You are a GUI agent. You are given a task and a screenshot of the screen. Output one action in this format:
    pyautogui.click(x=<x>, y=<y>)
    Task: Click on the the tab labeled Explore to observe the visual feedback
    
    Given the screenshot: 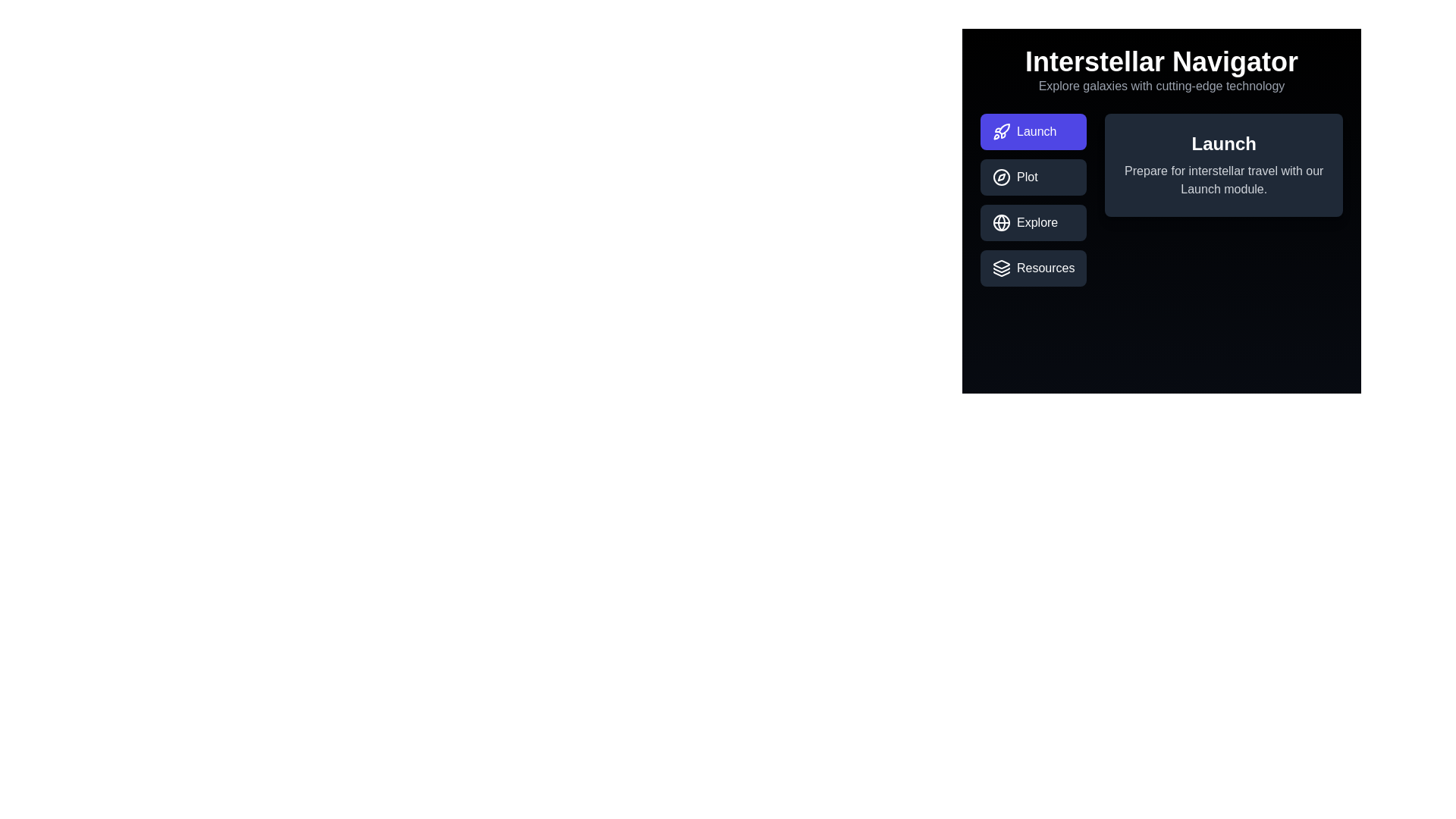 What is the action you would take?
    pyautogui.click(x=1033, y=222)
    